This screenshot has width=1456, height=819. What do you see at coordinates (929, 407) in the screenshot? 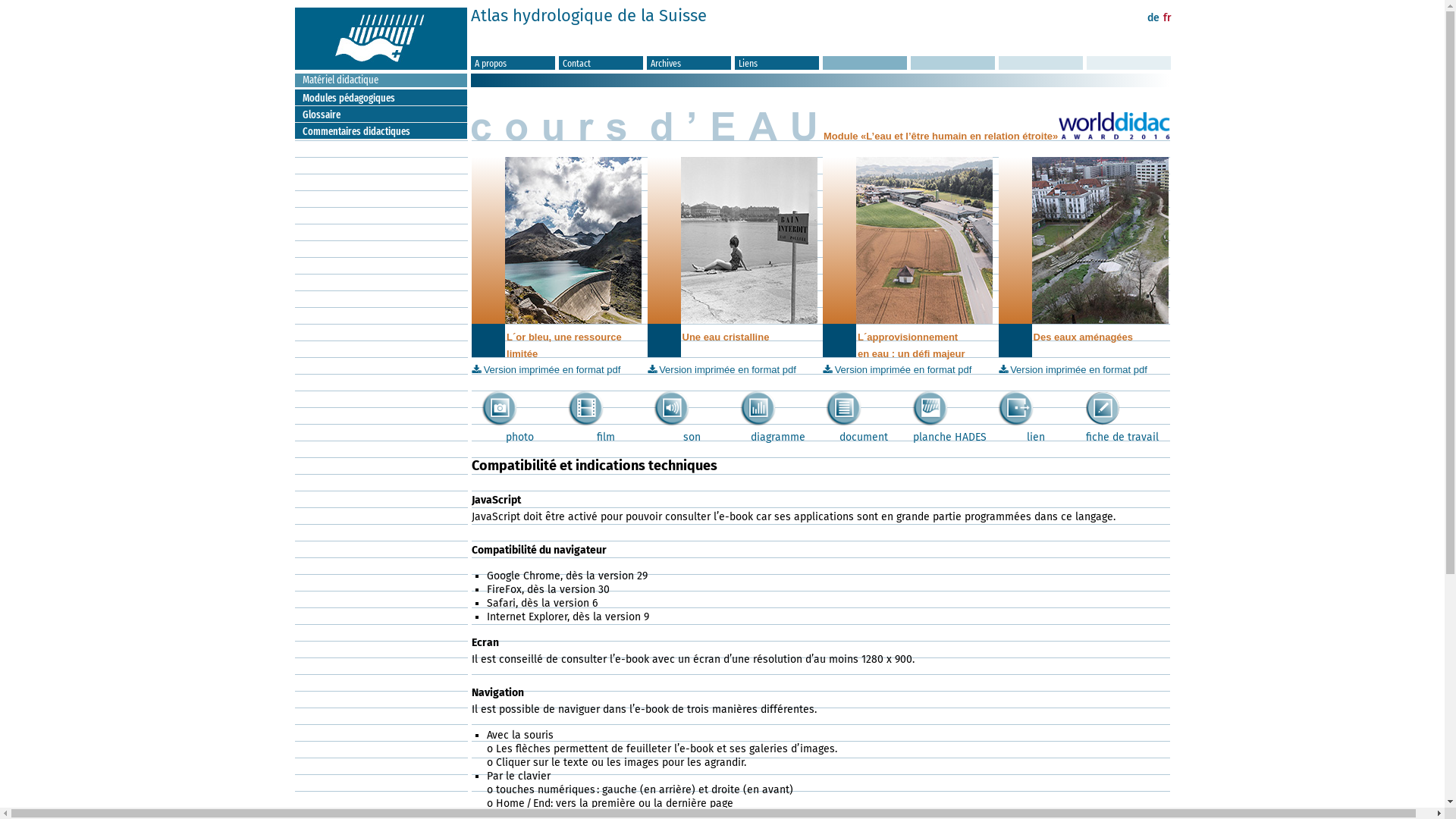
I see `'bouton planche HADES'` at bounding box center [929, 407].